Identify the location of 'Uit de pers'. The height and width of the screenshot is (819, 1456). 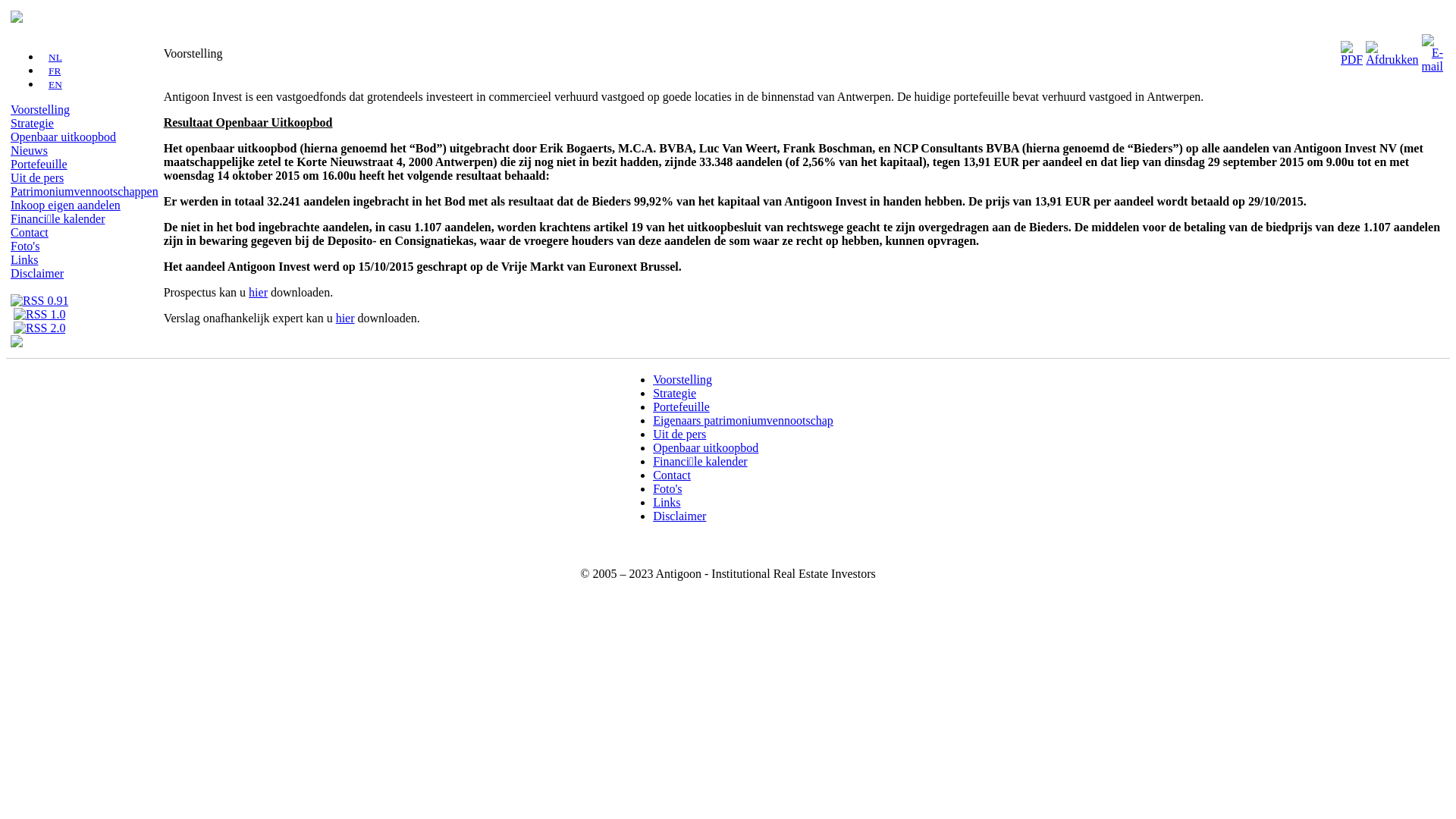
(679, 434).